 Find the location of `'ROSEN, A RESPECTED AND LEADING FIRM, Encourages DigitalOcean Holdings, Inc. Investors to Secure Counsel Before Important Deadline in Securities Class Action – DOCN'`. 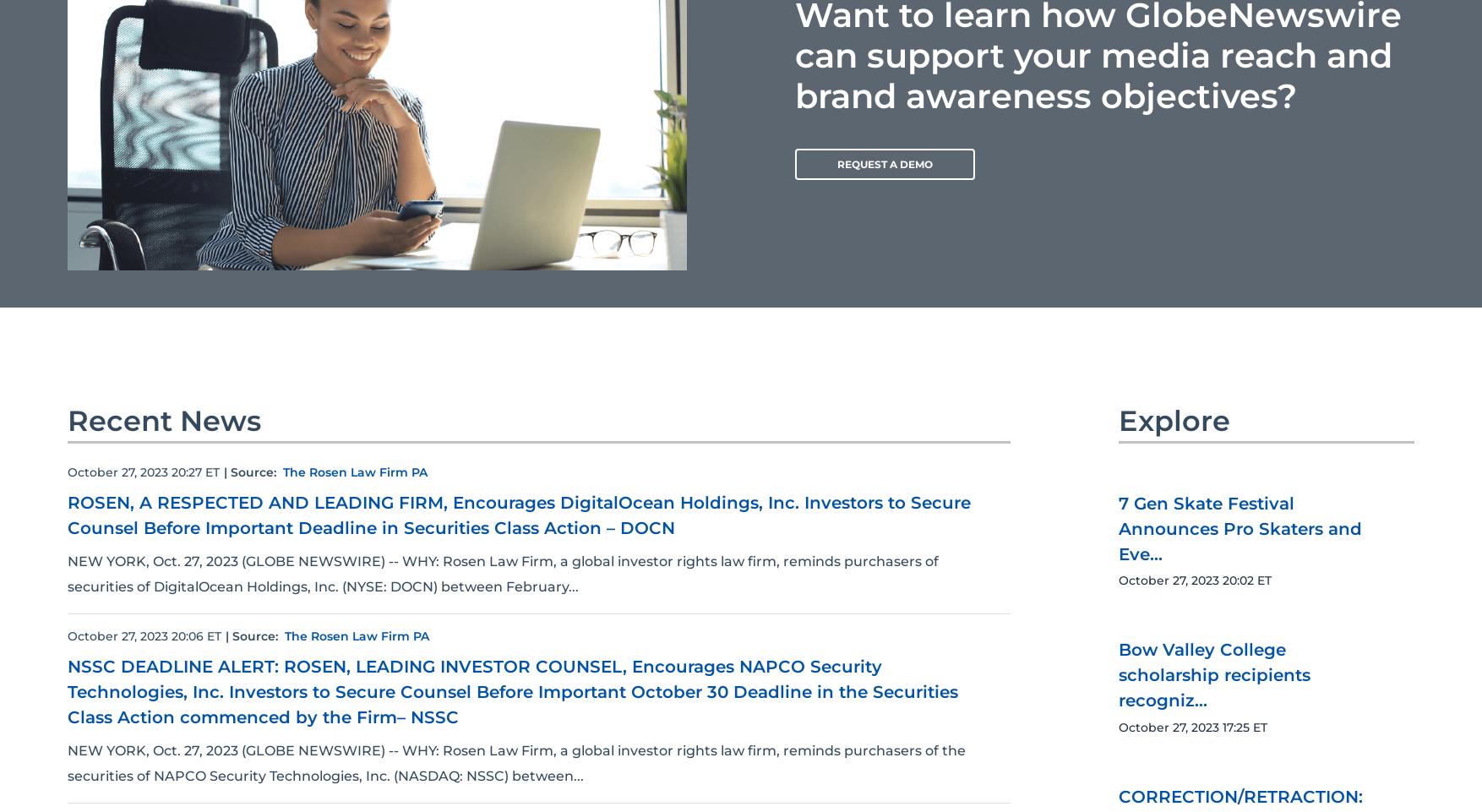

'ROSEN, A RESPECTED AND LEADING FIRM, Encourages DigitalOcean Holdings, Inc. Investors to Secure Counsel Before Important Deadline in Securities Class Action – DOCN' is located at coordinates (519, 514).